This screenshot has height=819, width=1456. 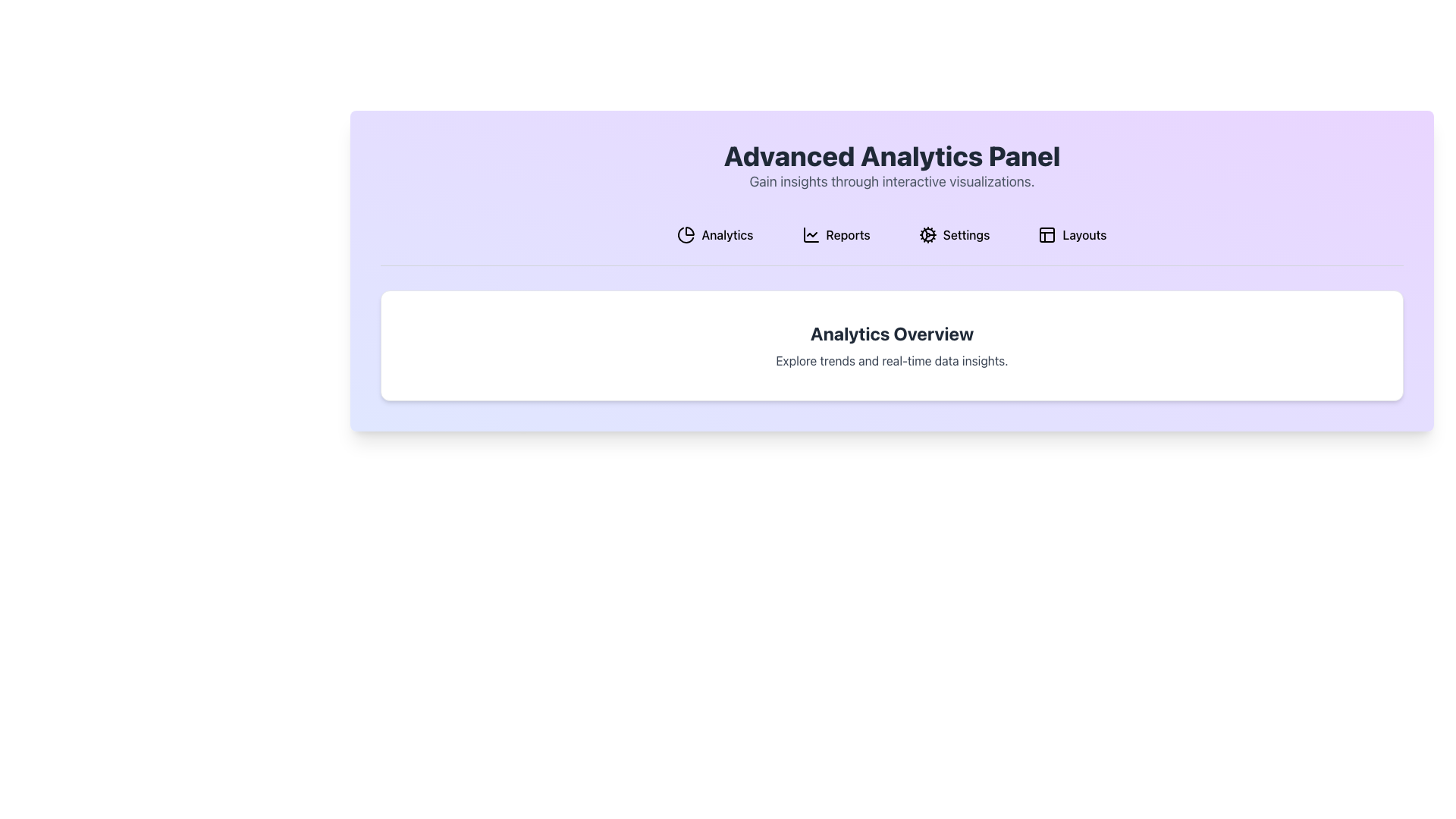 I want to click on the graphical representation of the 'Layouts' button icon, which is located at the rightmost position of the navigation buttons, just before the label 'Layouts', so click(x=1046, y=234).